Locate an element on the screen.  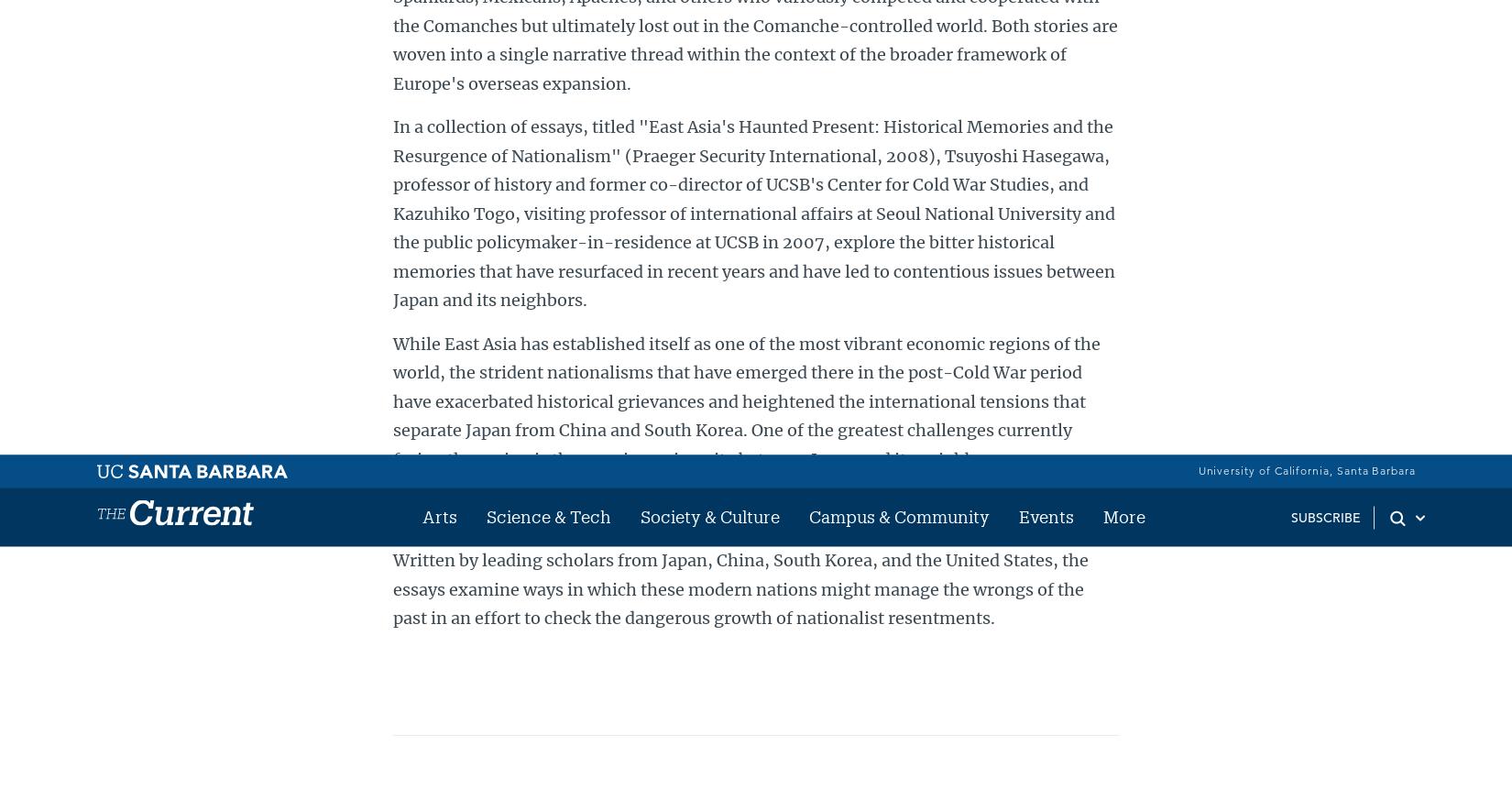
'Science & Tech' is located at coordinates (614, 115).